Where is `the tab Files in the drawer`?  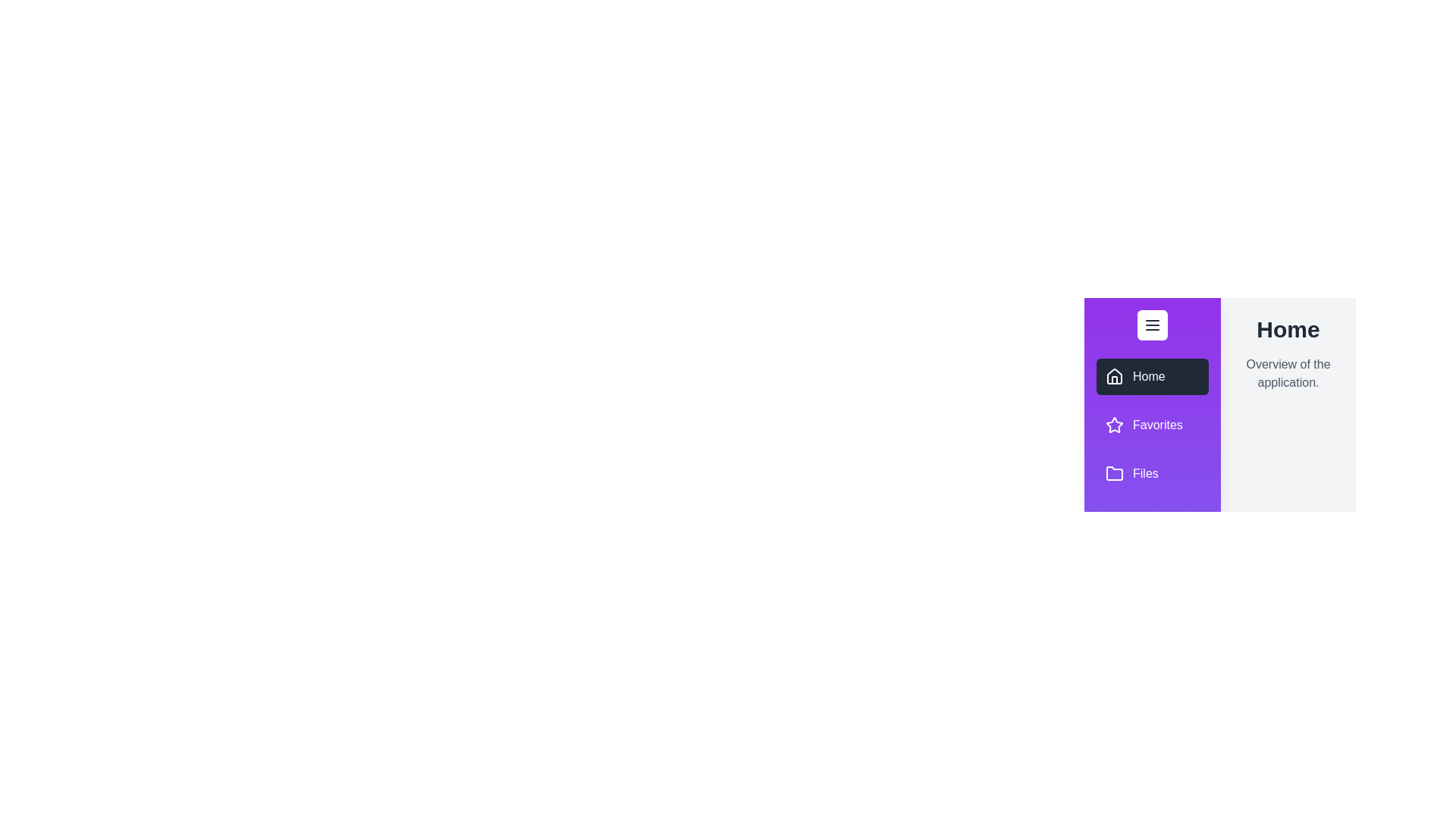 the tab Files in the drawer is located at coordinates (1153, 472).